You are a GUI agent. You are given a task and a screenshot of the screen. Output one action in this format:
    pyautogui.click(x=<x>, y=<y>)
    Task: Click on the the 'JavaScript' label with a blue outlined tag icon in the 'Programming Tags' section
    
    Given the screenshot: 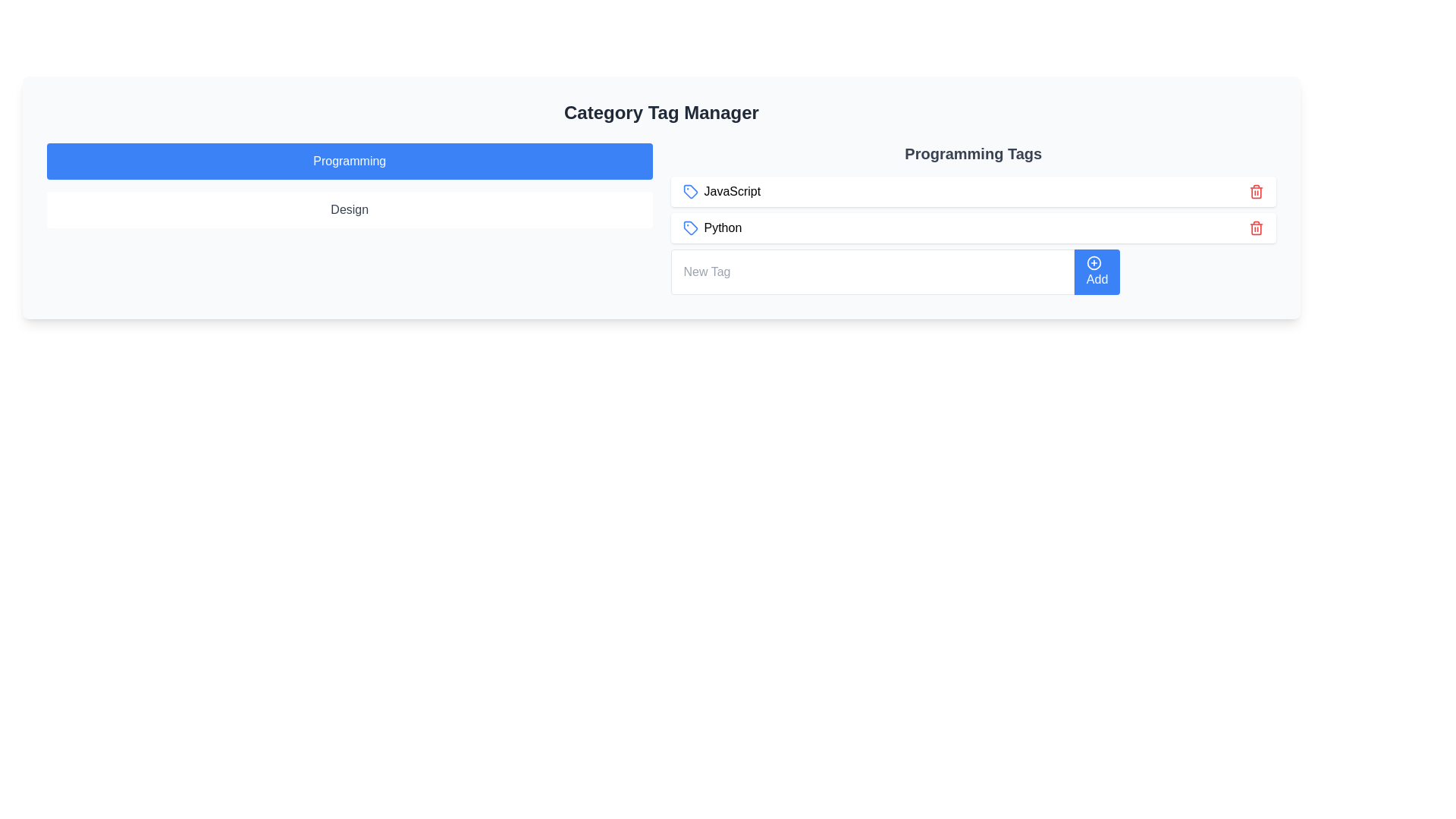 What is the action you would take?
    pyautogui.click(x=720, y=191)
    